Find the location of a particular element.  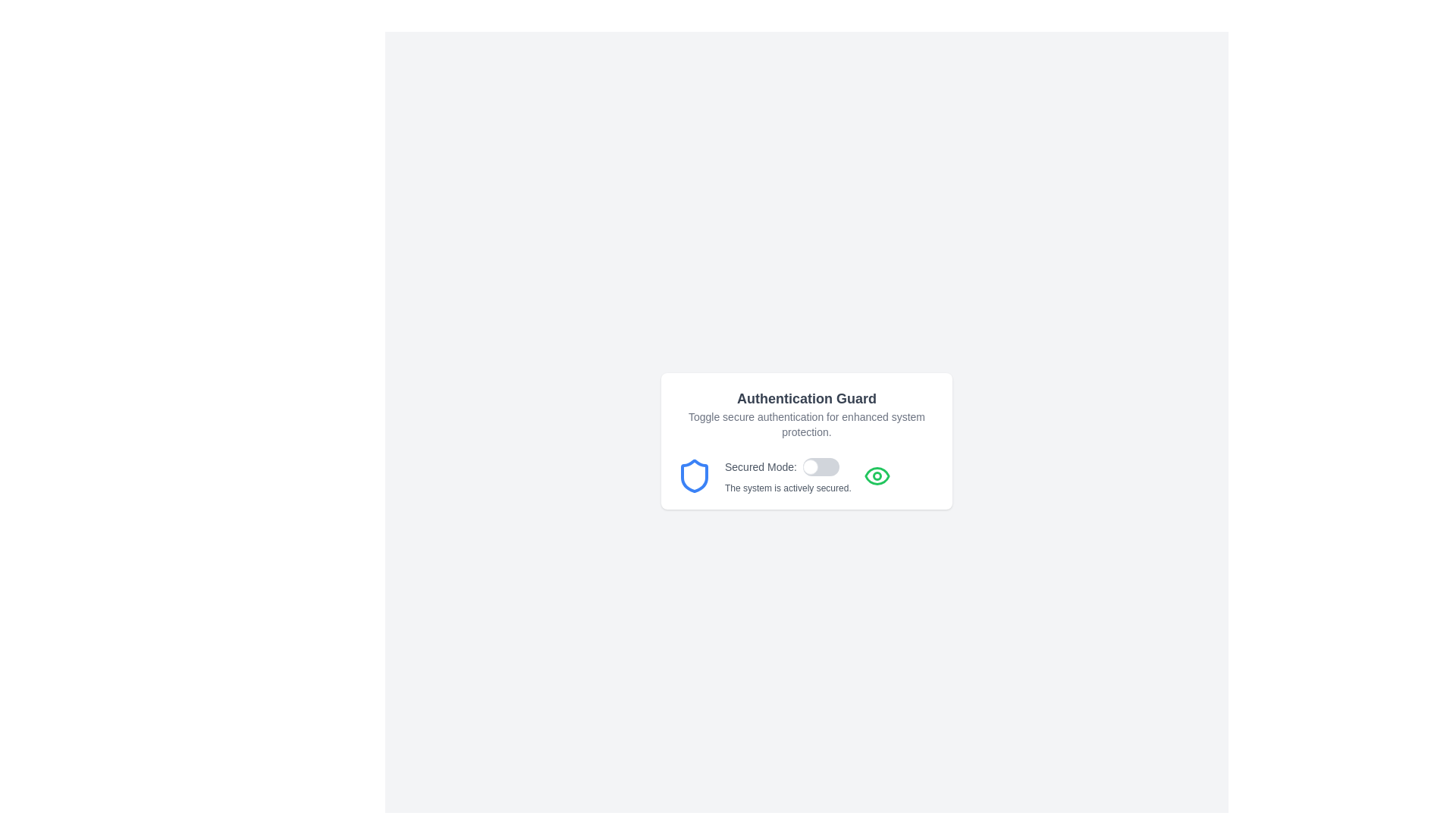

the static text heading that labels the content of the card, located at the top center of the card interface is located at coordinates (806, 397).